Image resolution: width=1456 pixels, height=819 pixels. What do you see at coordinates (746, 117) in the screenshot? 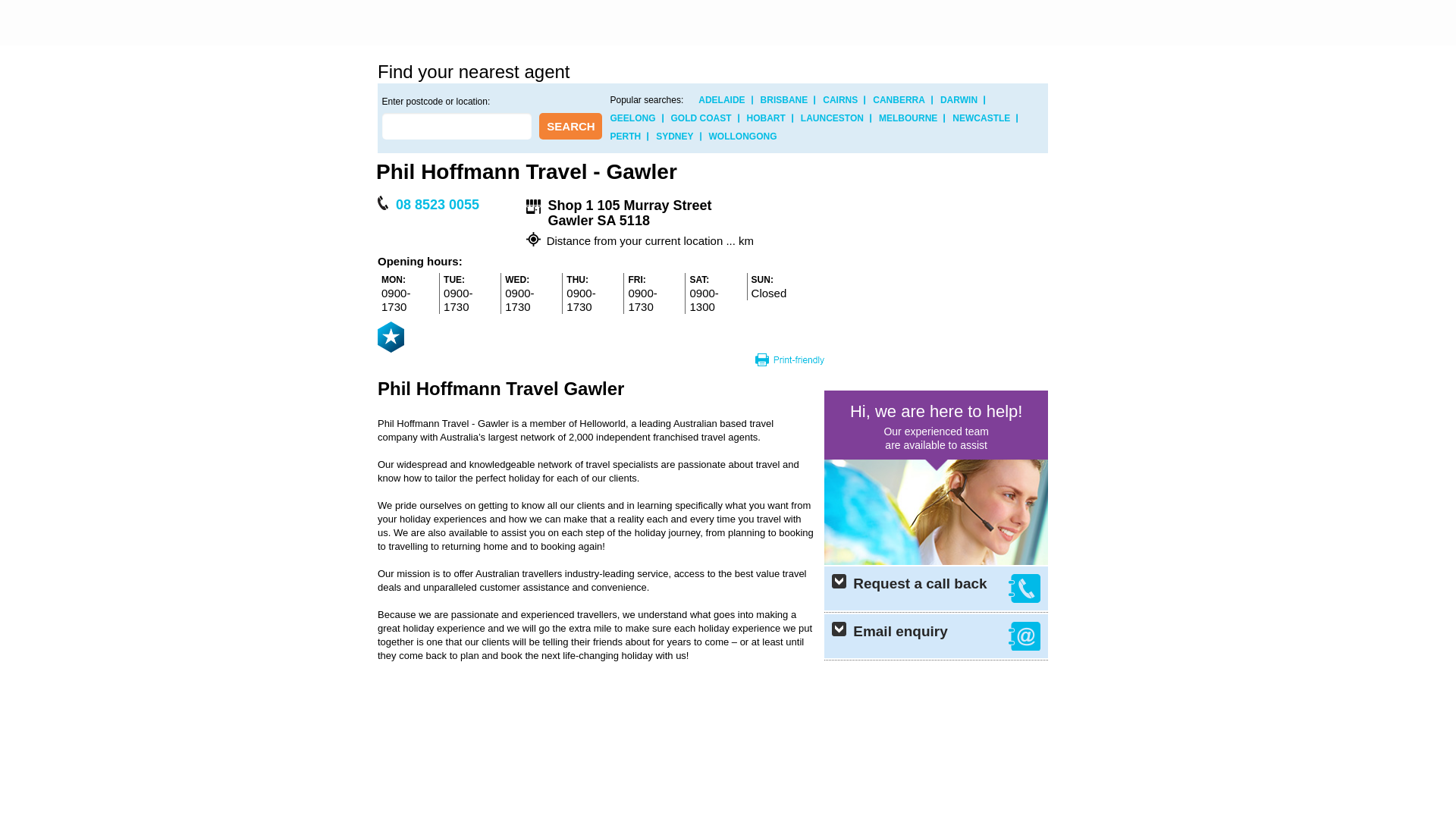
I see `'HOBART'` at bounding box center [746, 117].